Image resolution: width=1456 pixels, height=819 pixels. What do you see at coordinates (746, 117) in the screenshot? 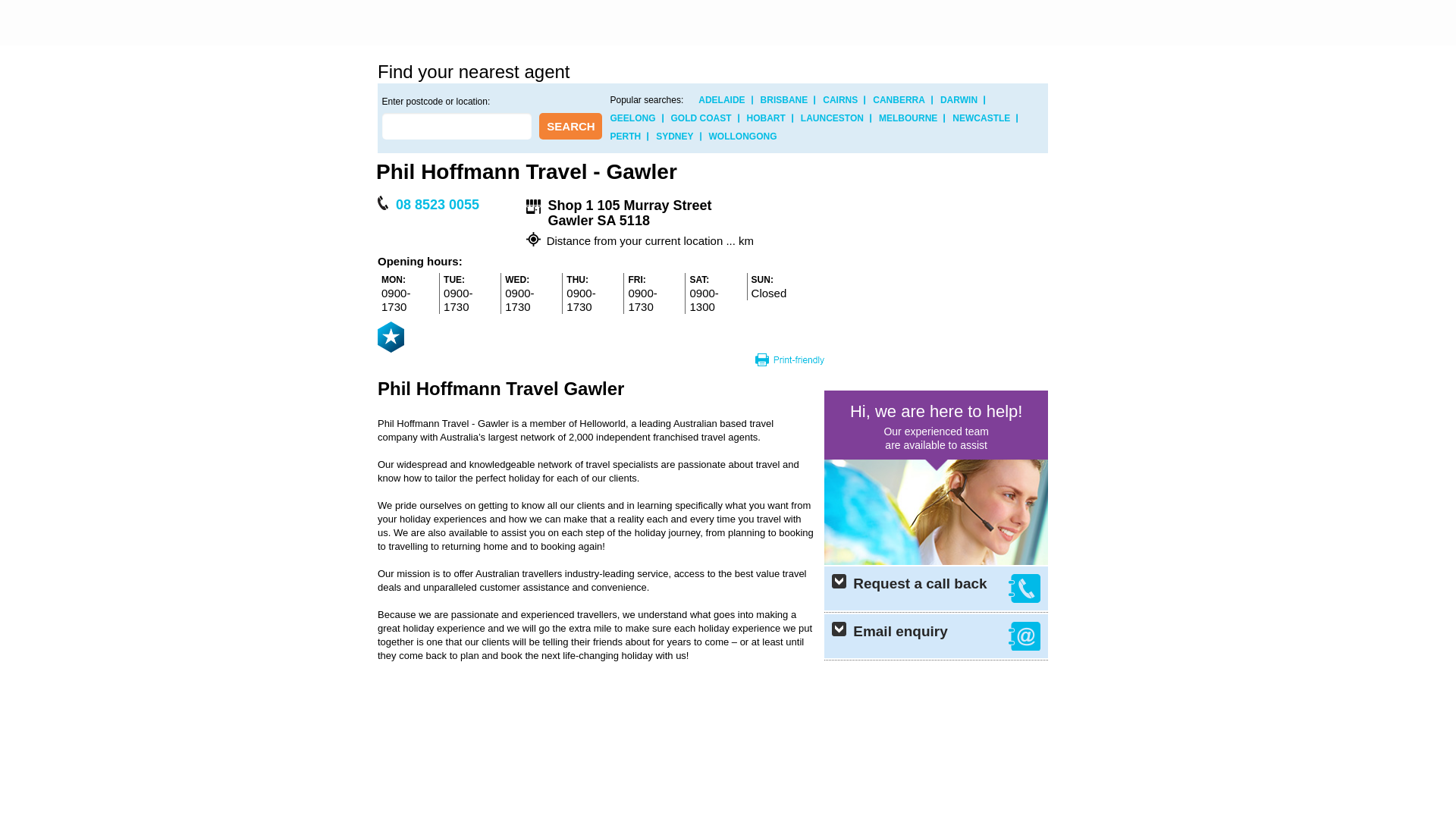
I see `'HOBART'` at bounding box center [746, 117].